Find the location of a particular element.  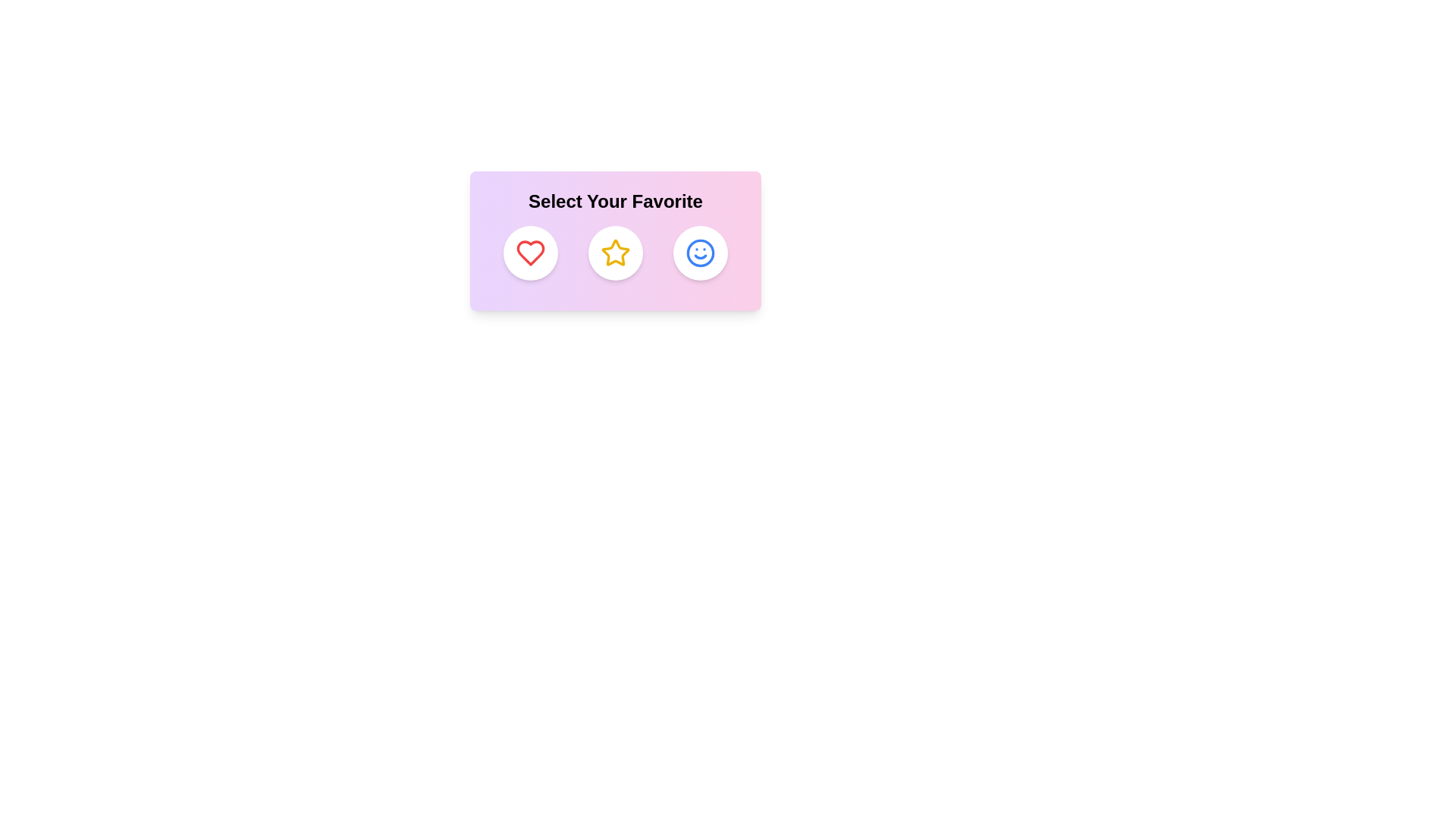

the Heart icon to observe its hover effect is located at coordinates (531, 253).